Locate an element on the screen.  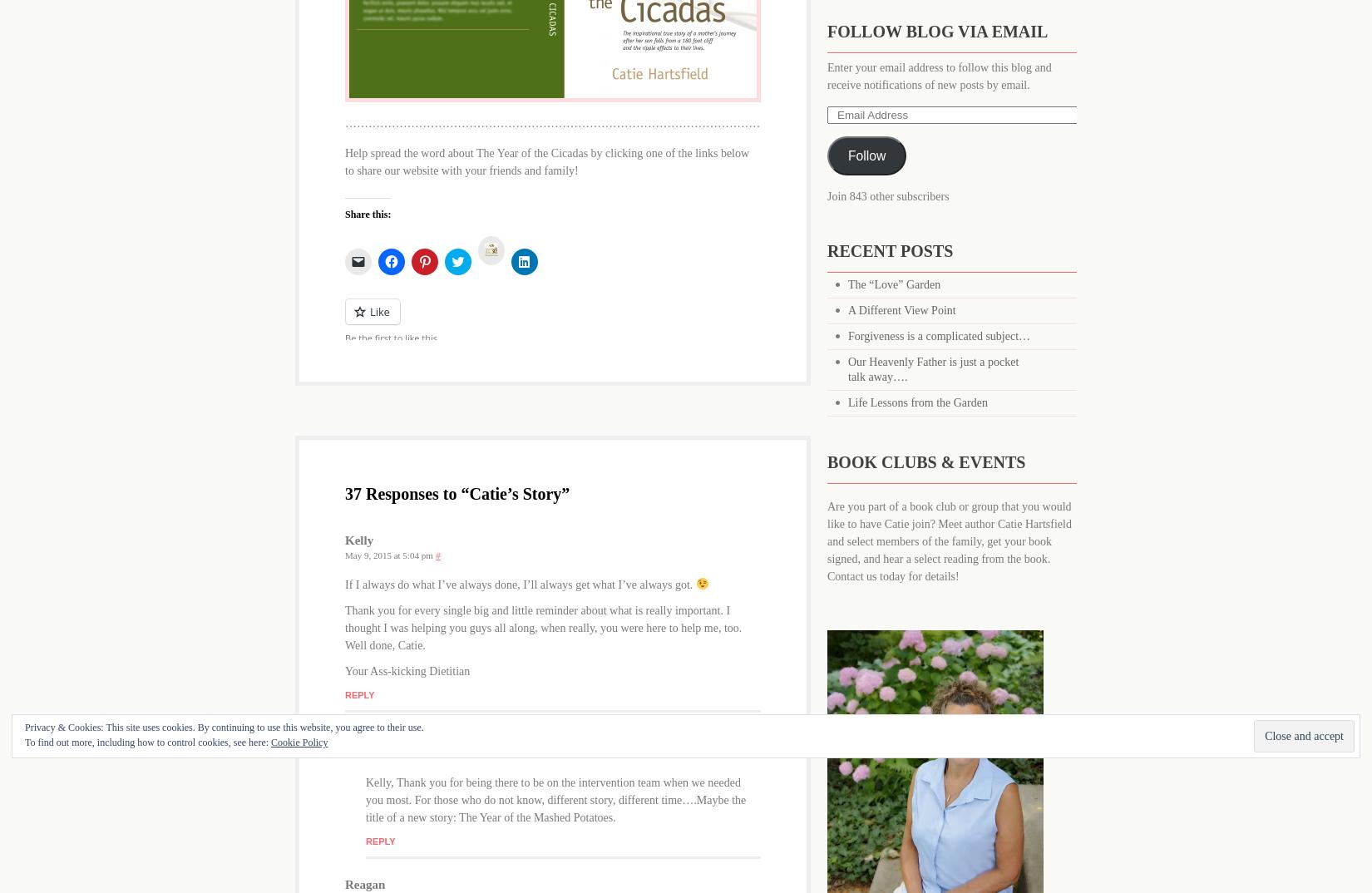
'Follow Blog via Email' is located at coordinates (937, 31).